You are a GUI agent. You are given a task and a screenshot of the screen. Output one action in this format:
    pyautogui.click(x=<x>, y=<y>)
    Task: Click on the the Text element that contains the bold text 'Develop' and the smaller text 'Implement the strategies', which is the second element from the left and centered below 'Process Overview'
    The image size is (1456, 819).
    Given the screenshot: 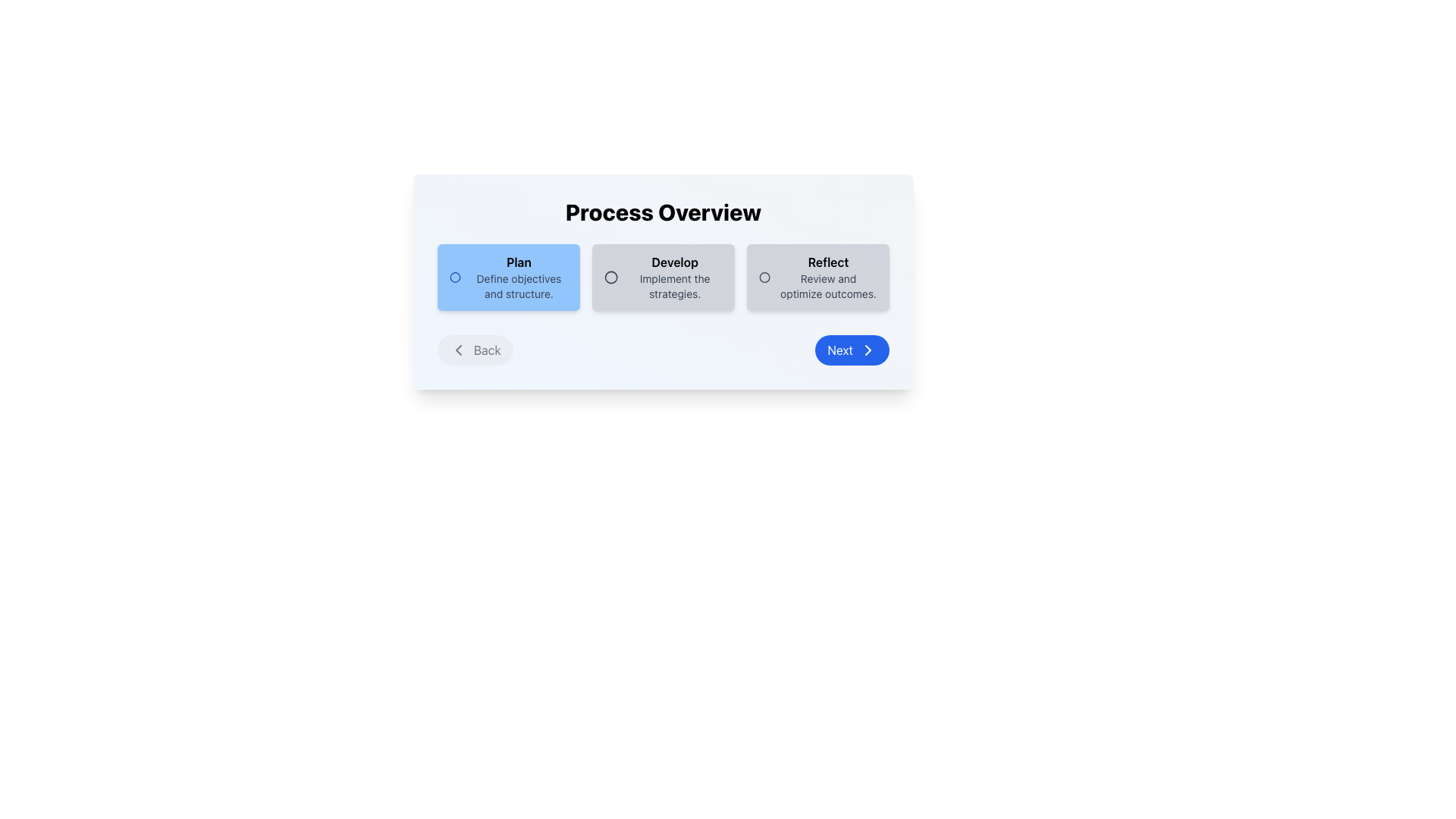 What is the action you would take?
    pyautogui.click(x=674, y=278)
    